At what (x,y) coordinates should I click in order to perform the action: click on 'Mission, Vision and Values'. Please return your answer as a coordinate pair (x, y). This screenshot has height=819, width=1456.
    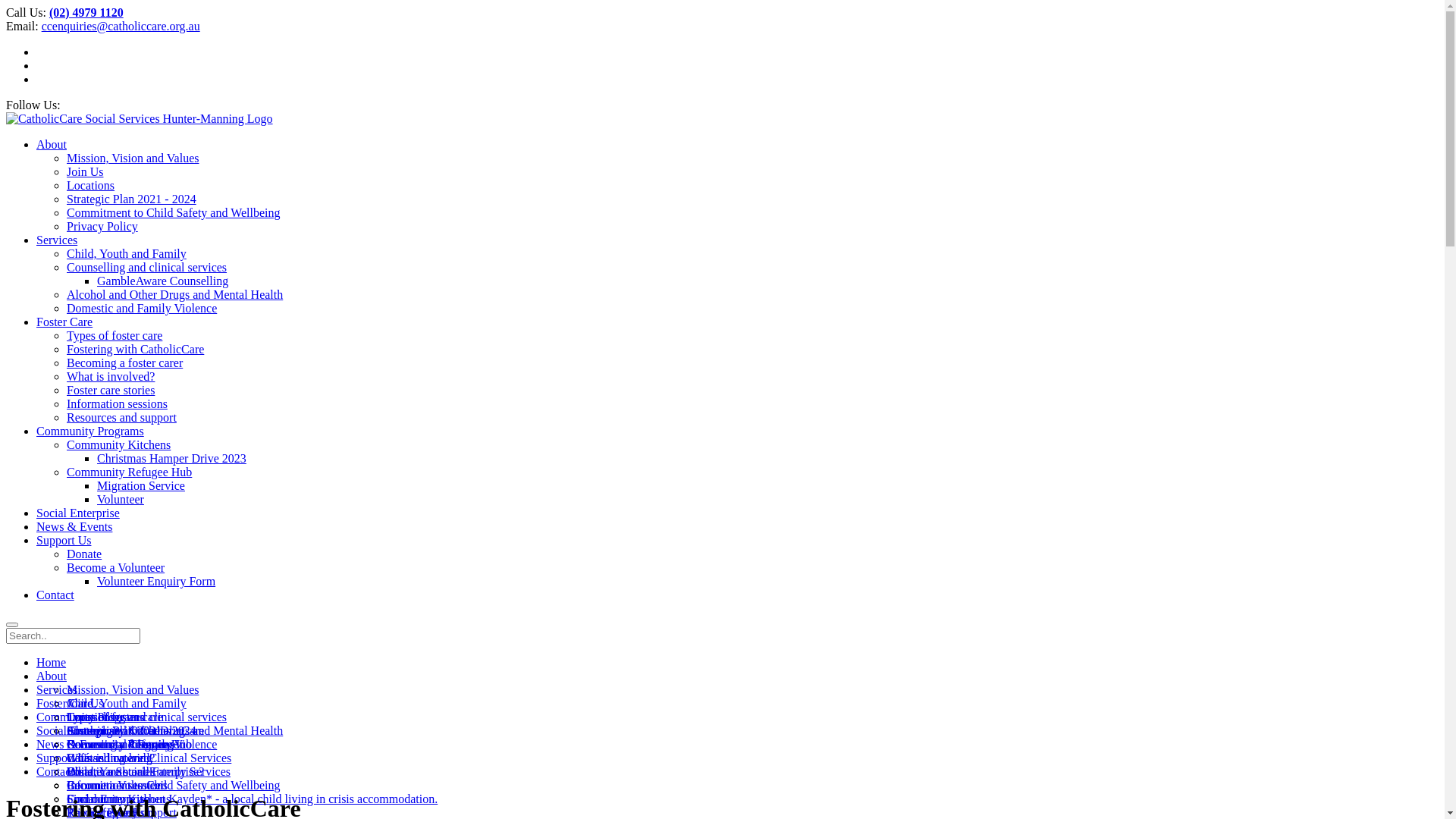
    Looking at the image, I should click on (132, 689).